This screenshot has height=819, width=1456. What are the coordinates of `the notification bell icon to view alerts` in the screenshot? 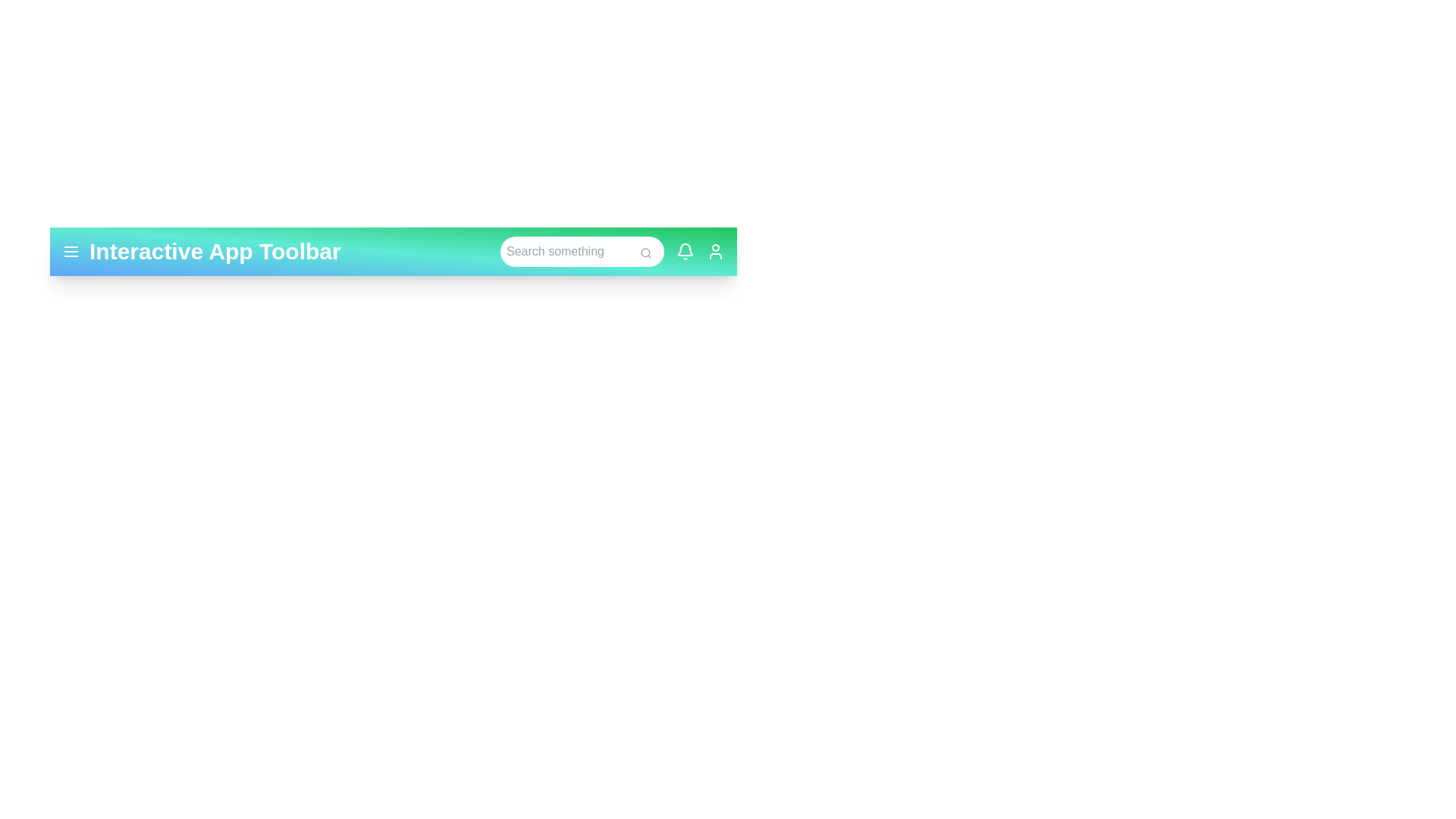 It's located at (684, 250).